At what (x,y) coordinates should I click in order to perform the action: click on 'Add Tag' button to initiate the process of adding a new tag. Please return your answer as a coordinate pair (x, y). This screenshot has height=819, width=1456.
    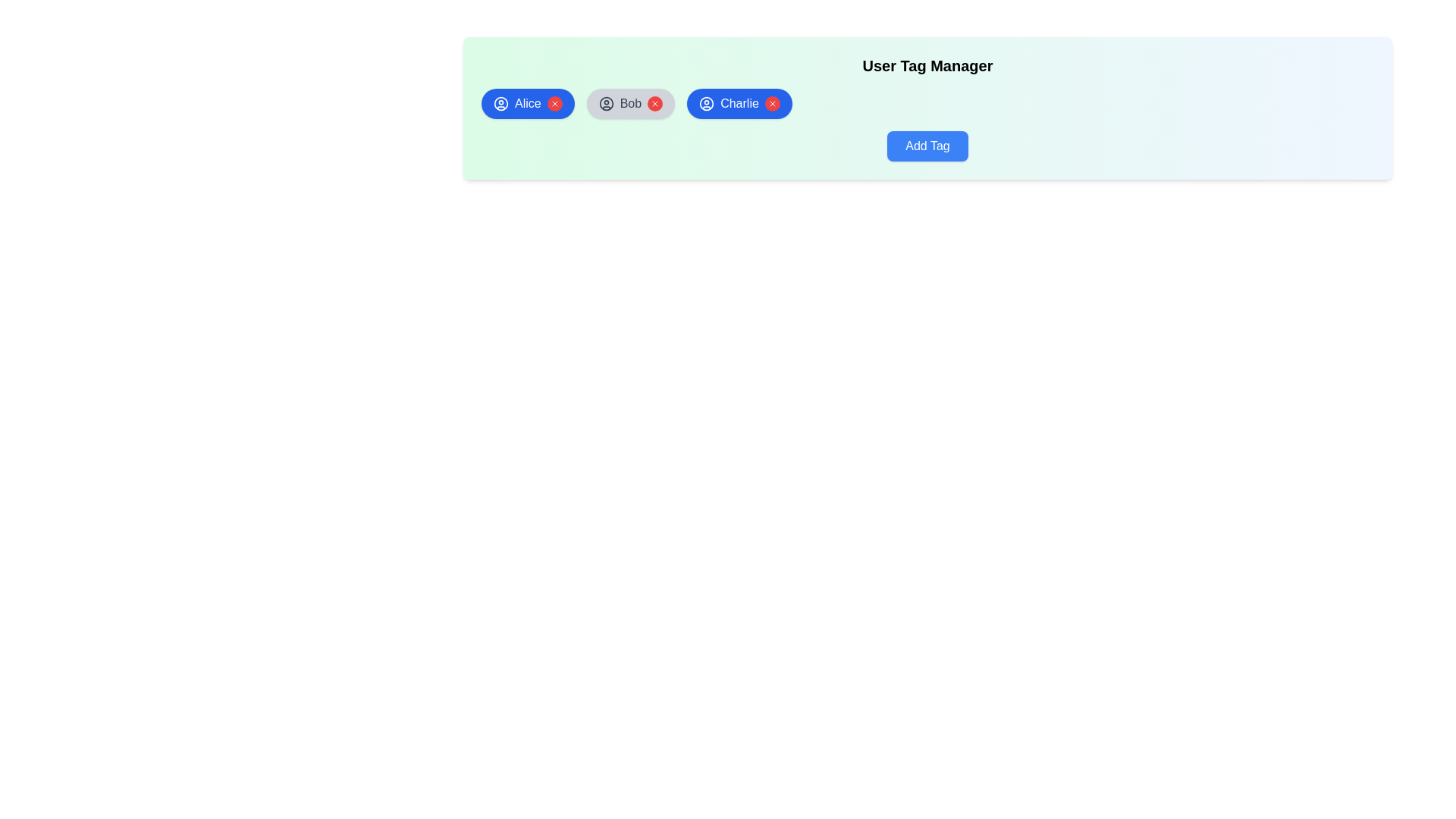
    Looking at the image, I should click on (927, 146).